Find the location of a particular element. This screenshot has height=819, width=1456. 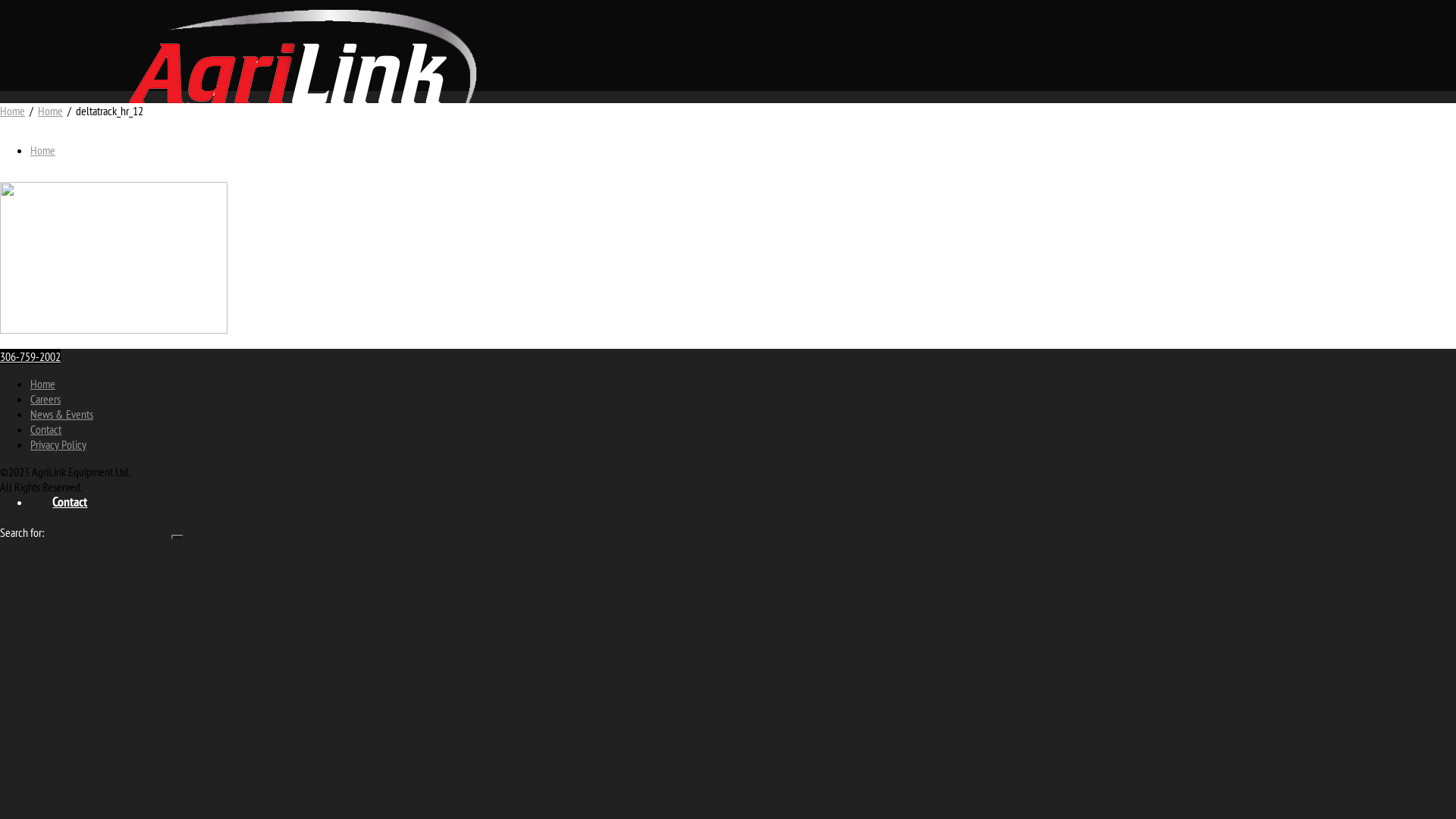

'Home' is located at coordinates (50, 110).